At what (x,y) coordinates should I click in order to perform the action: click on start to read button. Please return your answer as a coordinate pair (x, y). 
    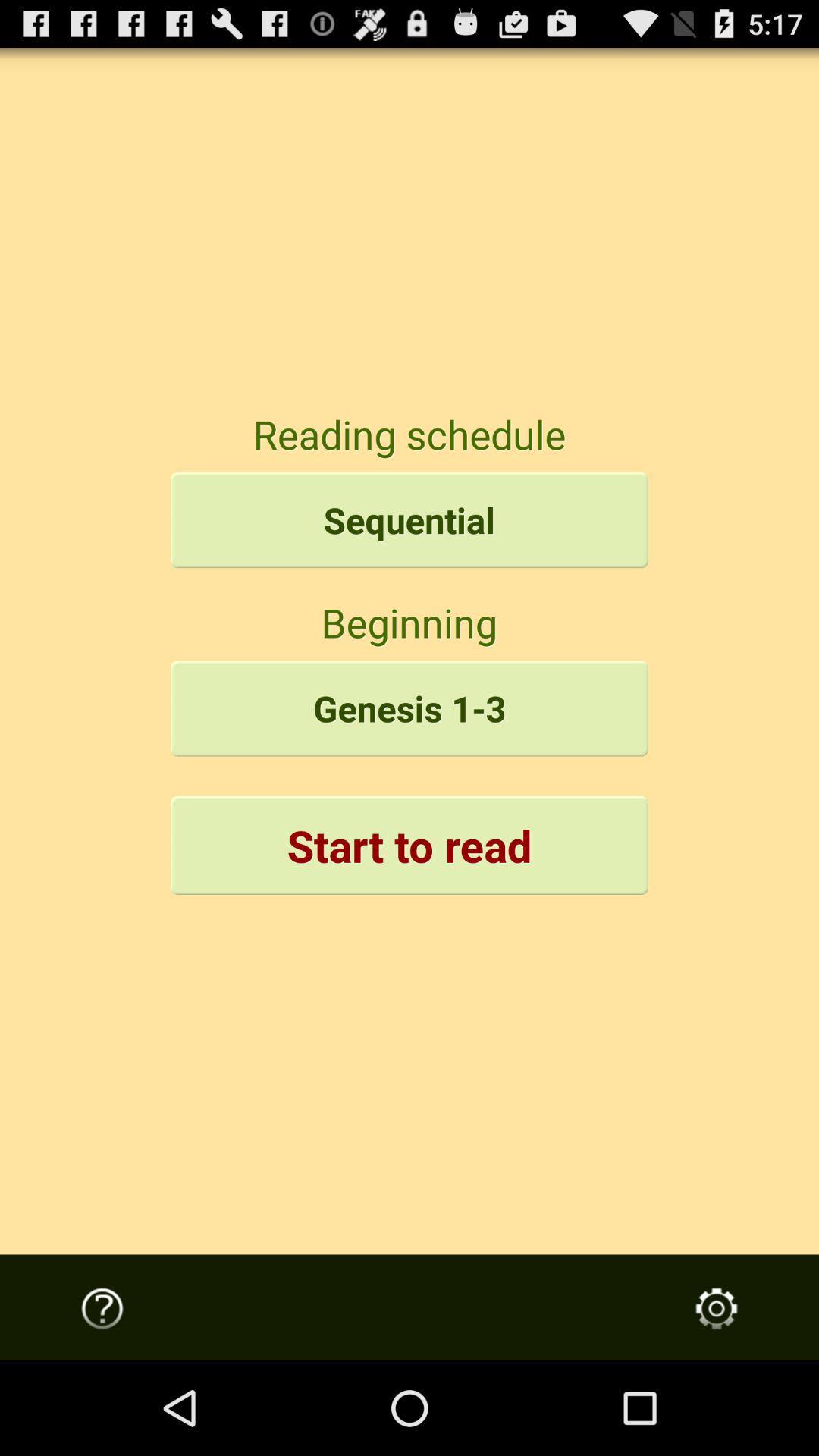
    Looking at the image, I should click on (409, 844).